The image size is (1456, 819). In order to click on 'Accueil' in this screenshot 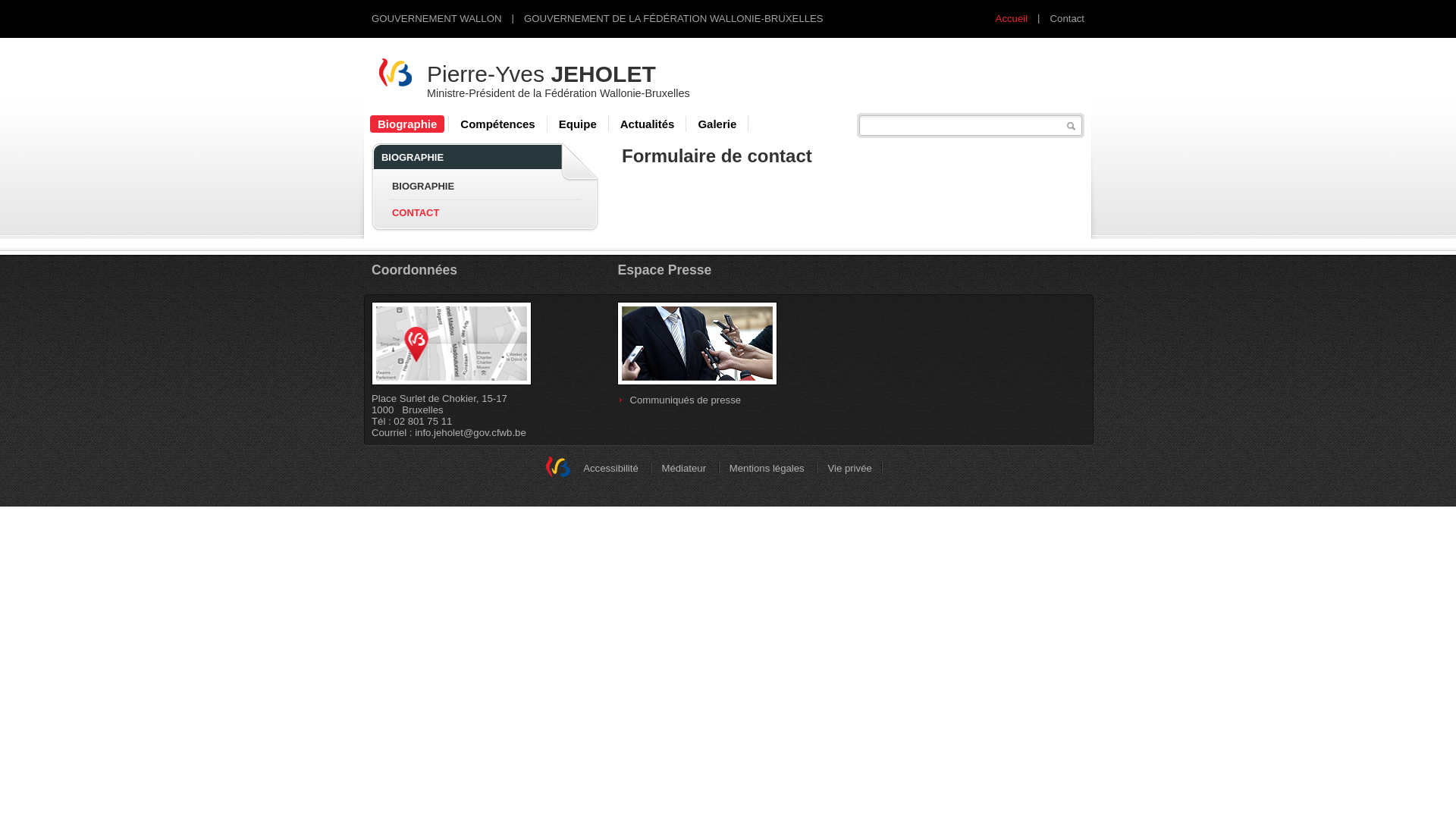, I will do `click(1012, 18)`.